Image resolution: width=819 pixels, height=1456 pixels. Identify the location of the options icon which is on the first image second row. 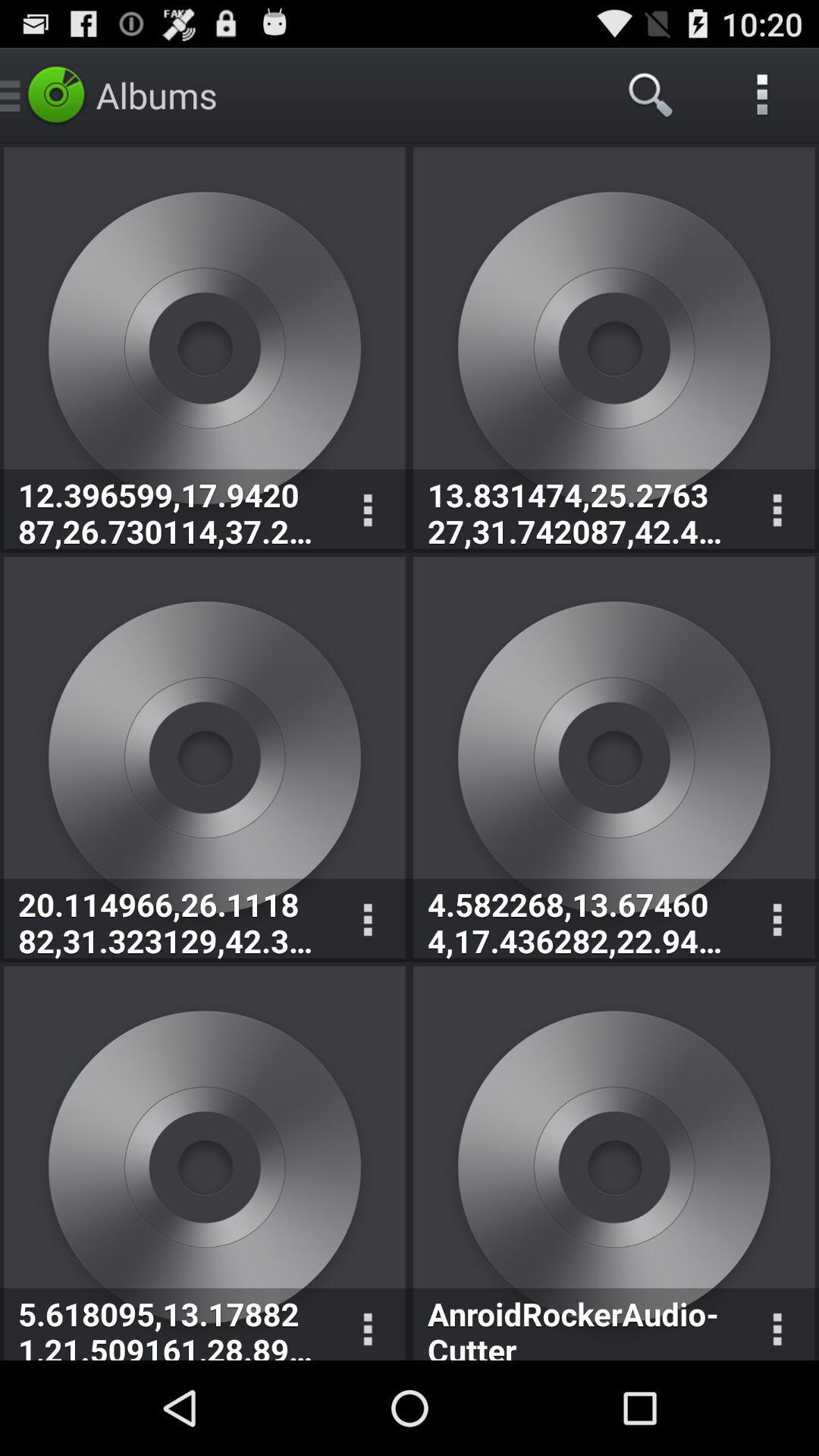
(368, 920).